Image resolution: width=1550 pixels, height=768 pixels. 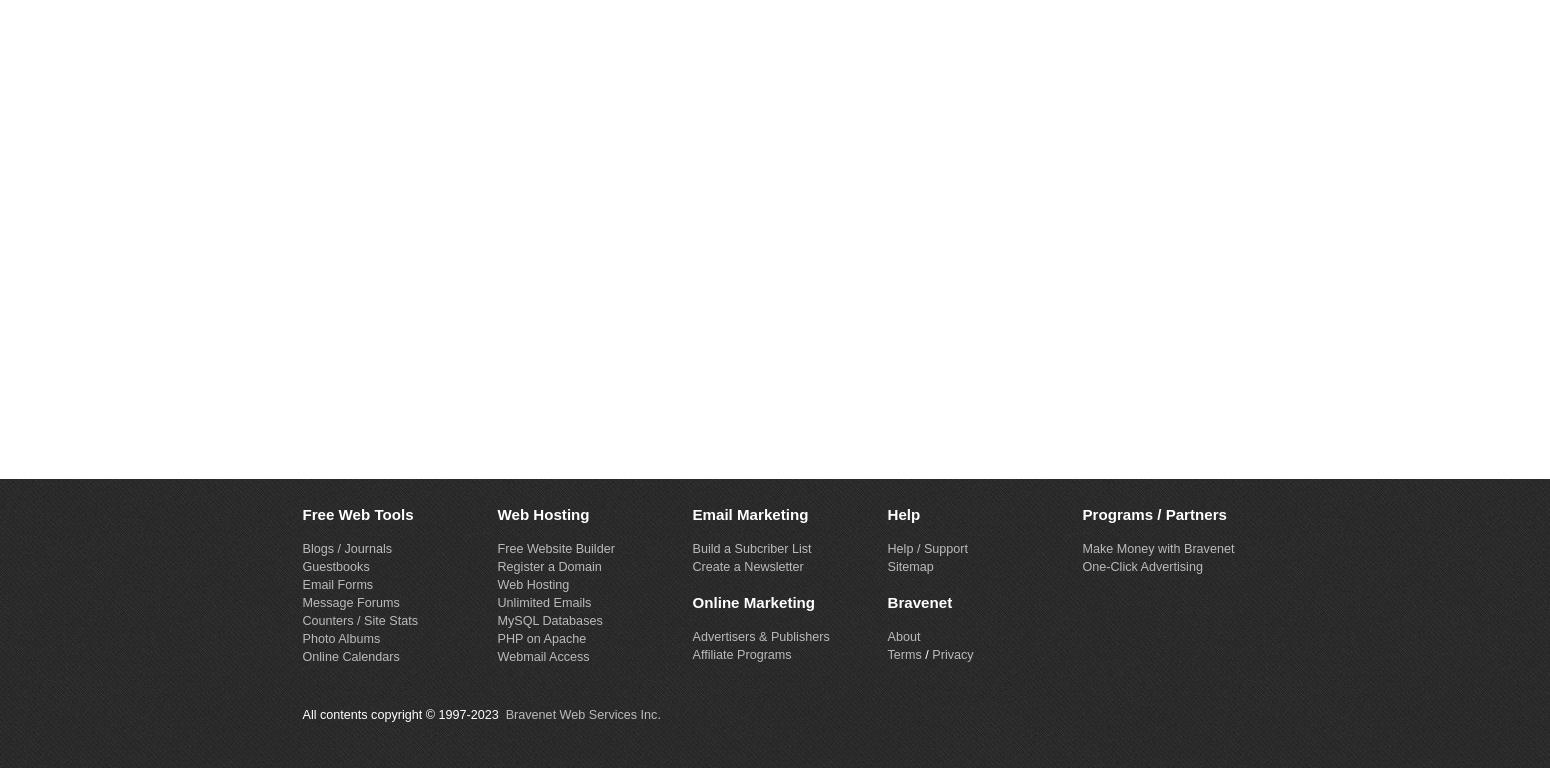 I want to click on 'About', so click(x=903, y=635).